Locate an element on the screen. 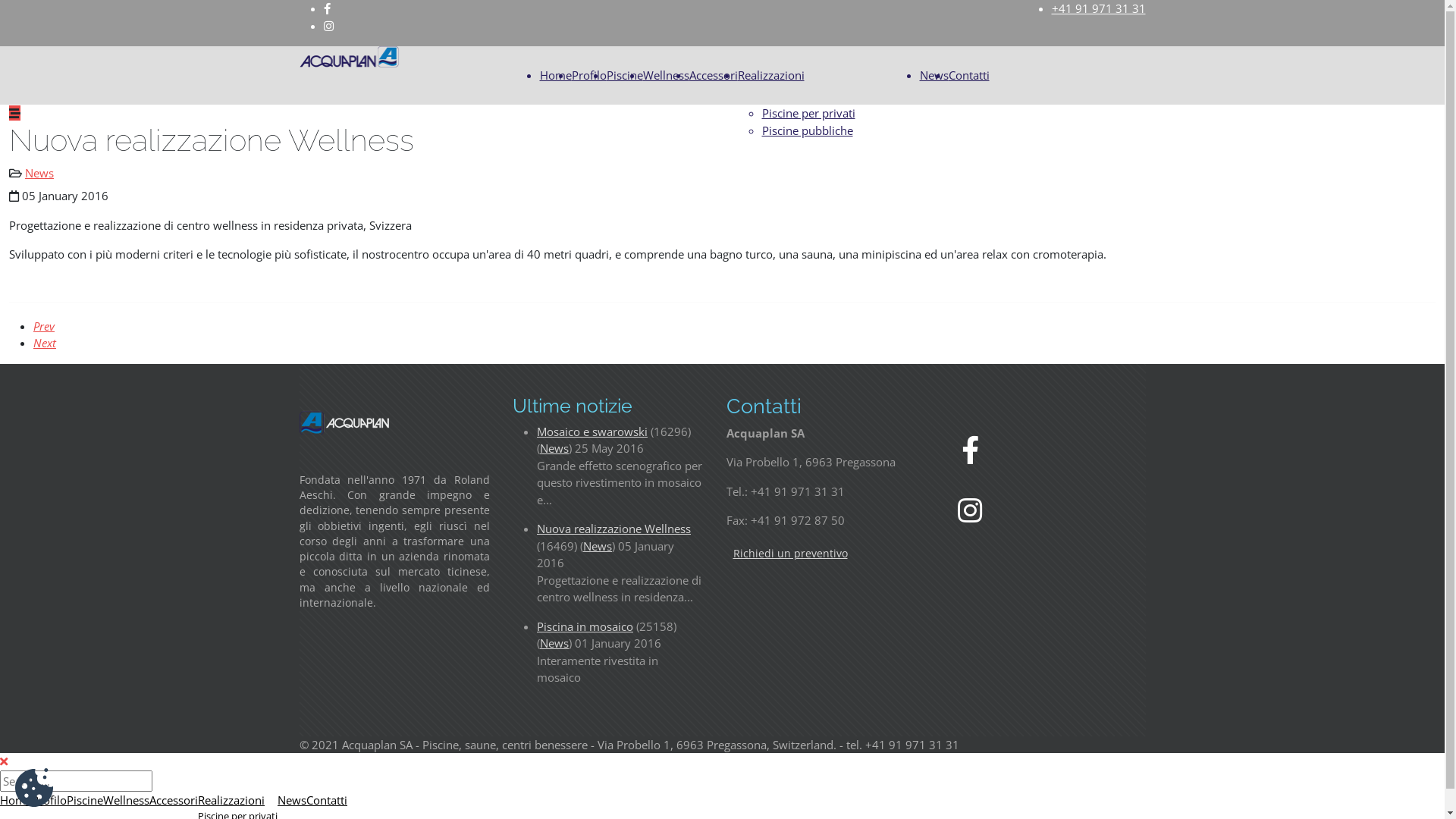 Image resolution: width=1456 pixels, height=819 pixels. 'Next' is located at coordinates (44, 342).